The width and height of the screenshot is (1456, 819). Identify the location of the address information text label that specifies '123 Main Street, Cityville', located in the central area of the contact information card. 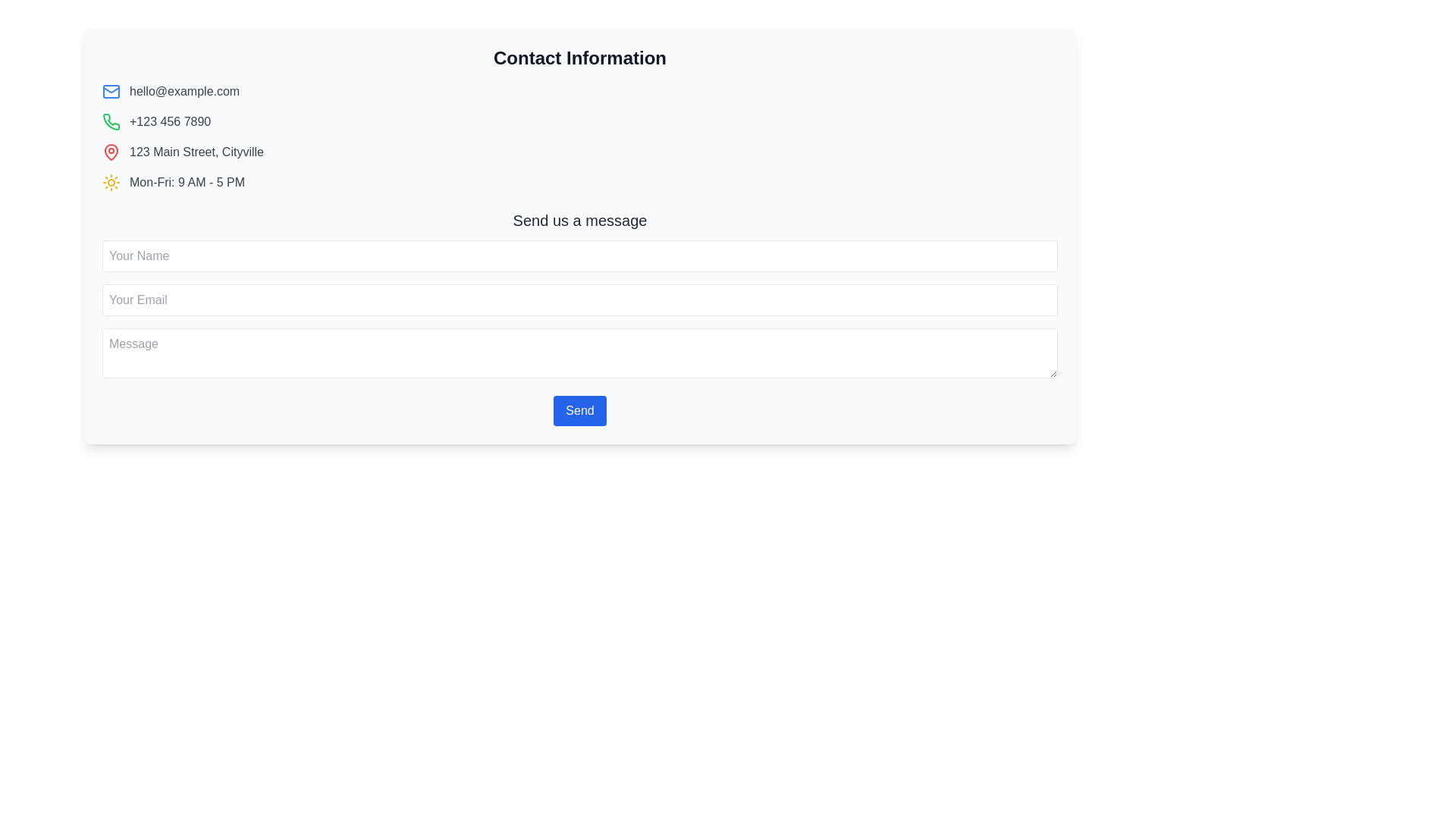
(196, 152).